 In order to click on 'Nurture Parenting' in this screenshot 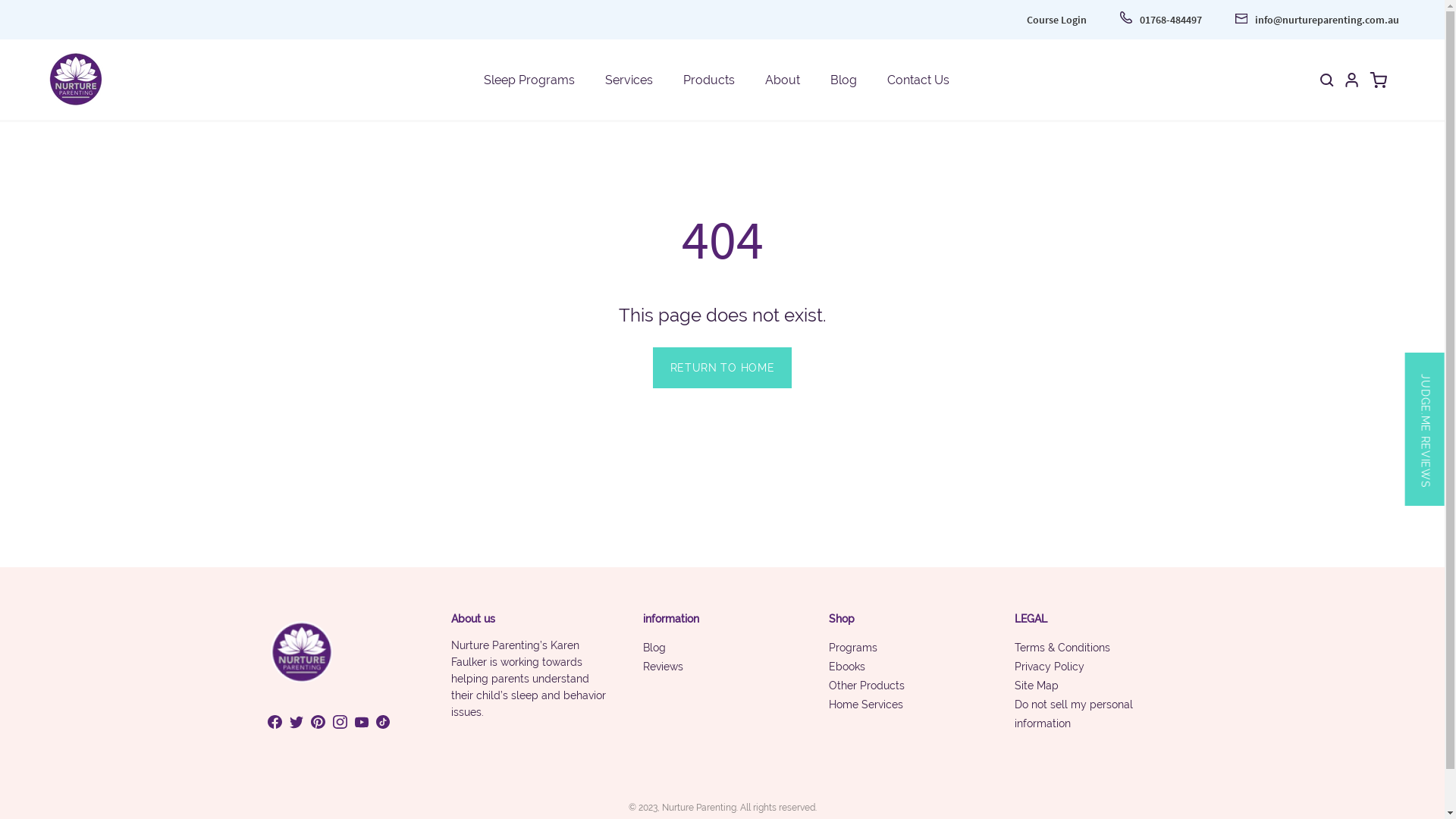, I will do `click(661, 806)`.